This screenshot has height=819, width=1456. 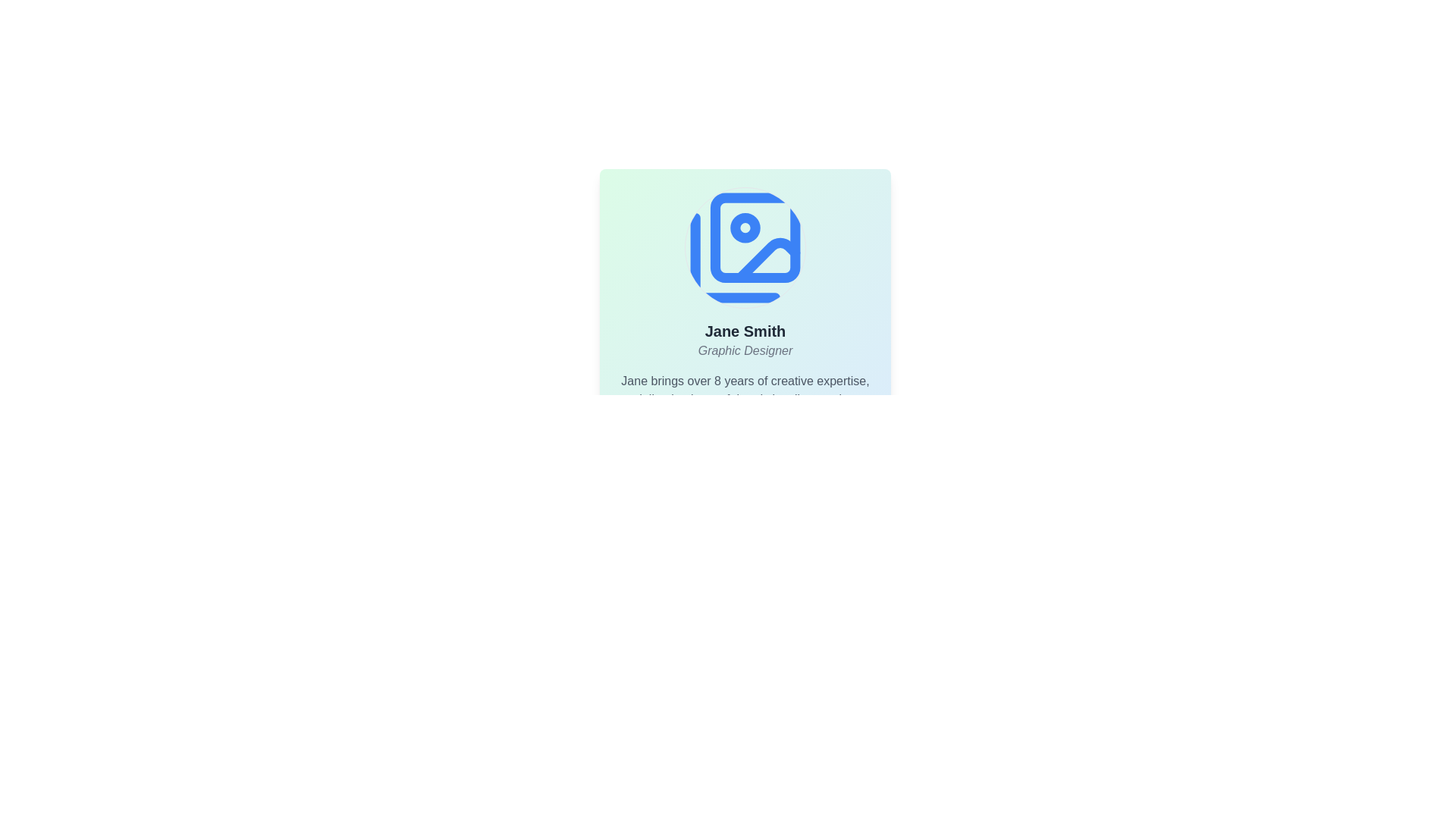 What do you see at coordinates (745, 399) in the screenshot?
I see `the Text element that provides a professional description of 'Jane Smith,' located beneath 'Graphic Designer' and above the '+1 987 654 321 Team Synergy' section` at bounding box center [745, 399].